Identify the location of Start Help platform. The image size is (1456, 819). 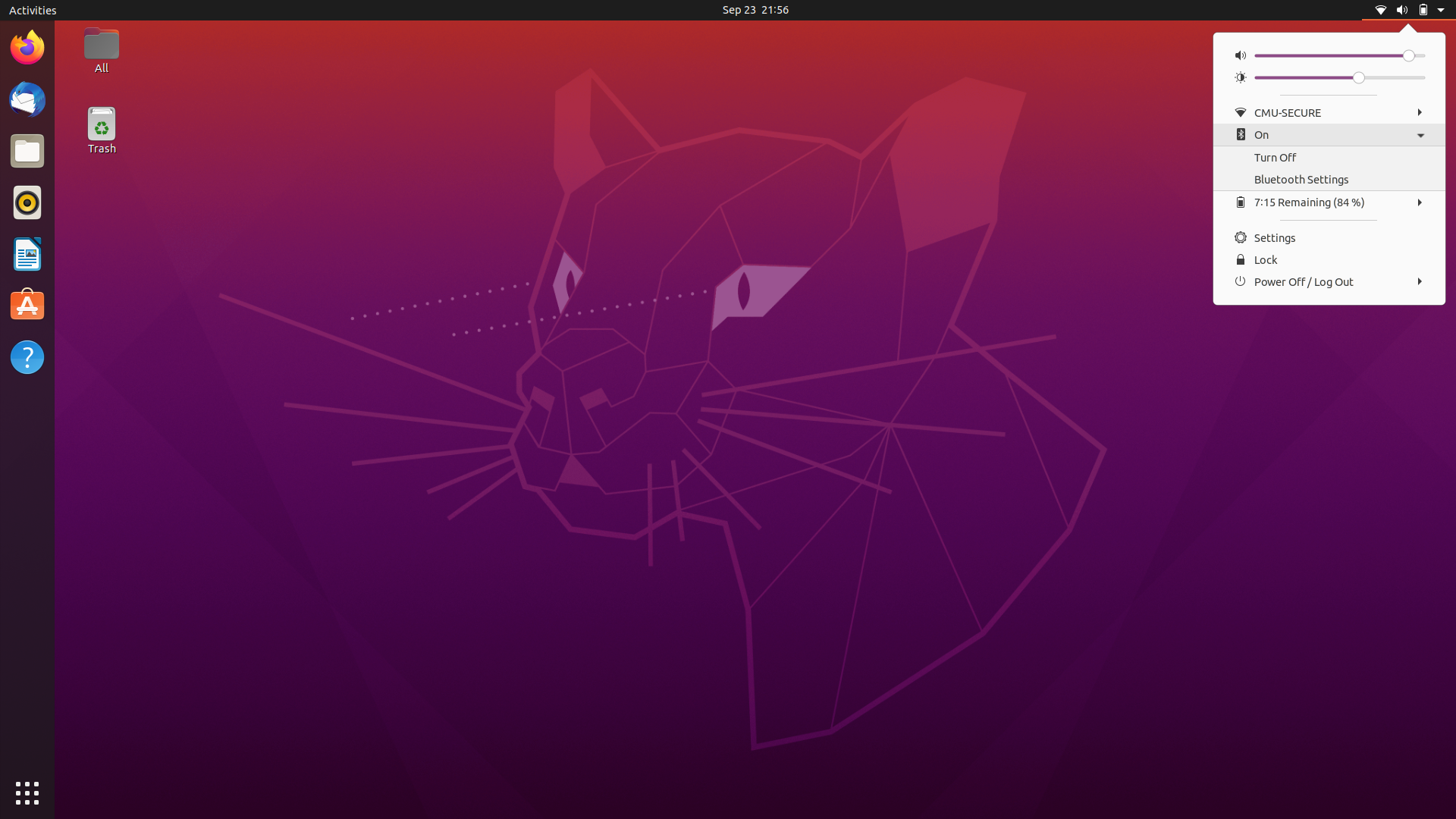
(28, 358).